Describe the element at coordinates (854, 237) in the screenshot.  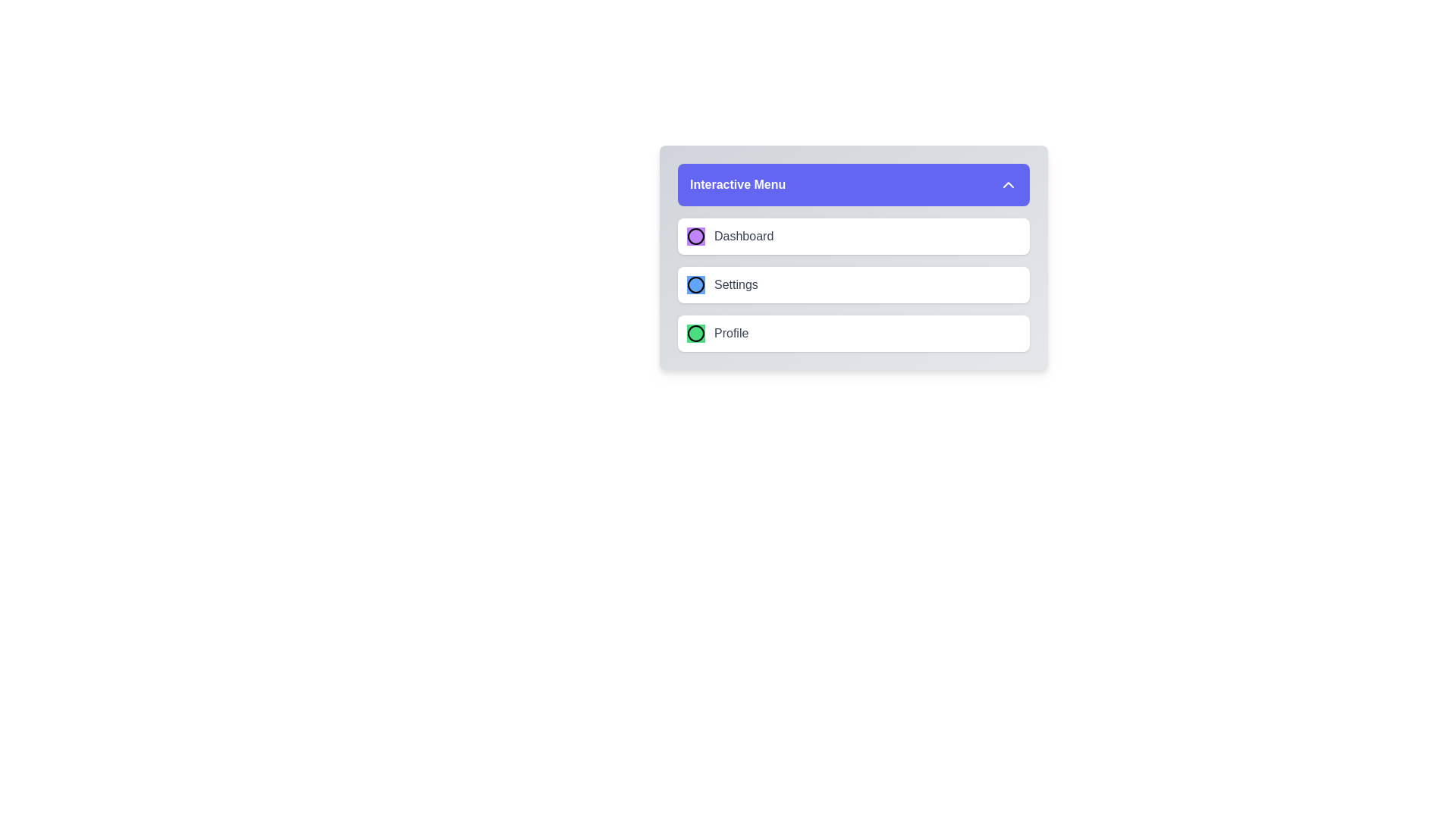
I see `the menu item Dashboard` at that location.